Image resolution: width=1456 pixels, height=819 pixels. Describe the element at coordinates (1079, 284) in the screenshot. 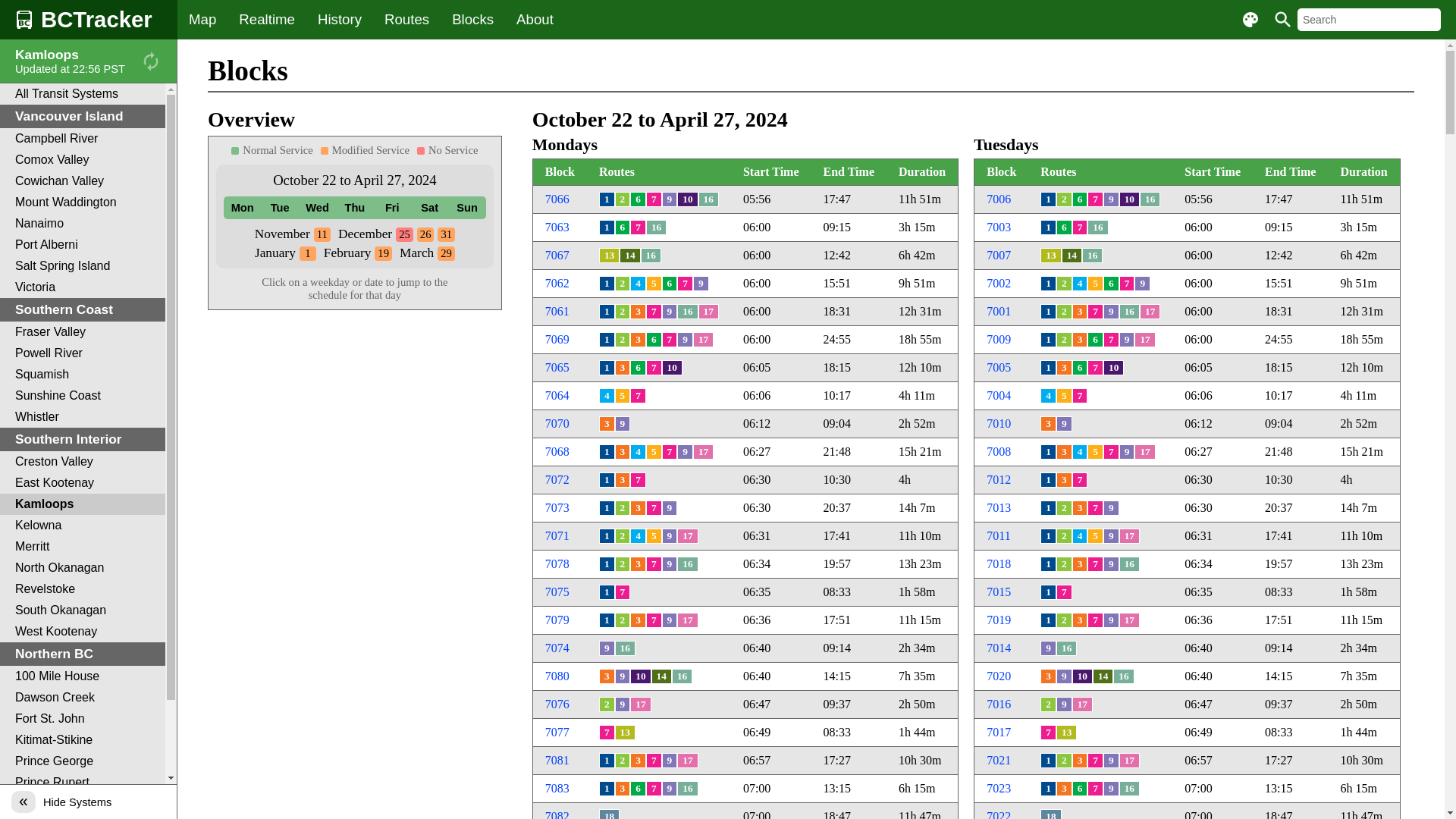

I see `'4'` at that location.